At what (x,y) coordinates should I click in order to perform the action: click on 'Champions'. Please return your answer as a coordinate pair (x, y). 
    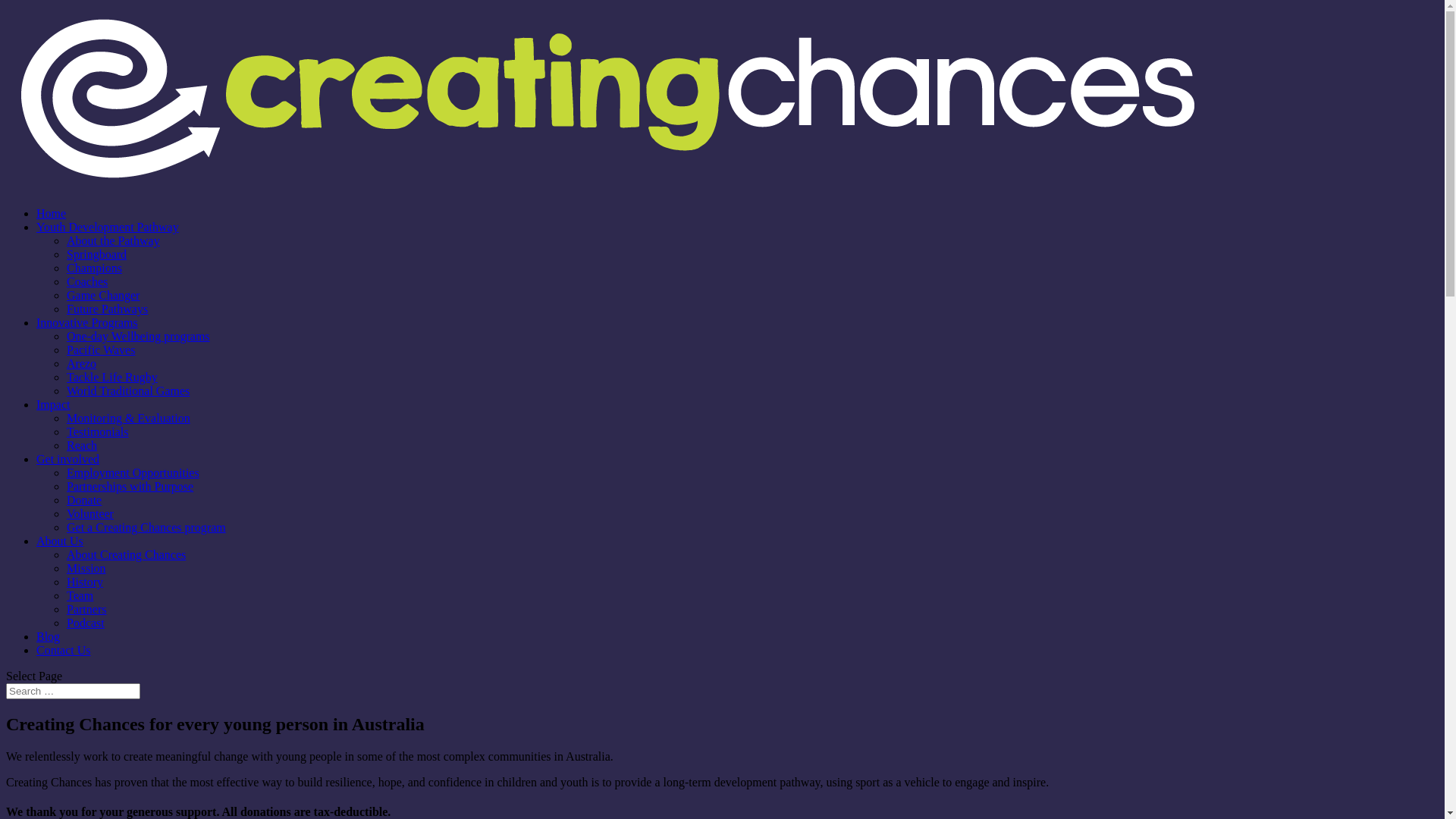
    Looking at the image, I should click on (93, 267).